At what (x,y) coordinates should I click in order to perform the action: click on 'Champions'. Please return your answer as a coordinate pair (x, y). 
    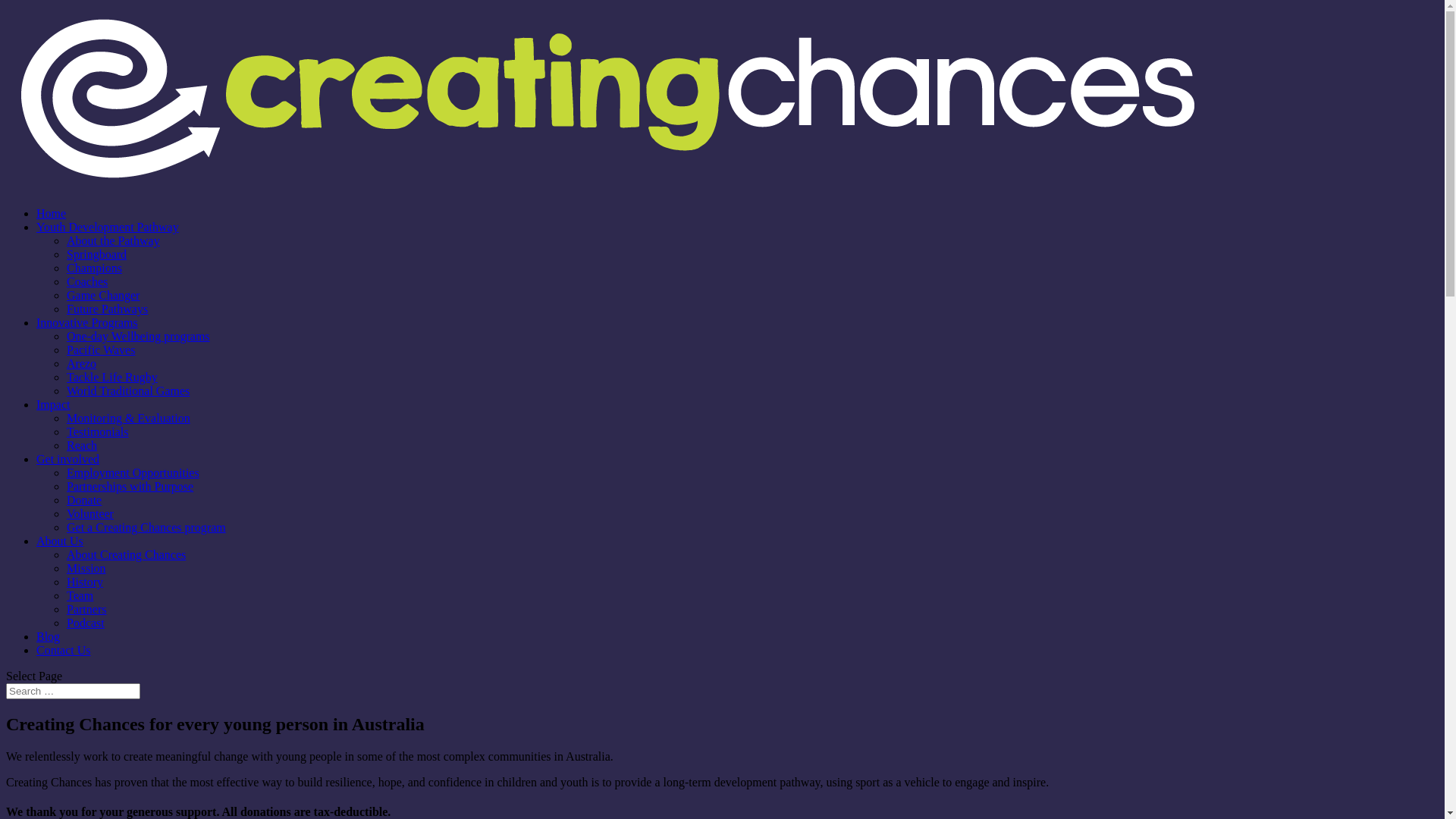
    Looking at the image, I should click on (93, 267).